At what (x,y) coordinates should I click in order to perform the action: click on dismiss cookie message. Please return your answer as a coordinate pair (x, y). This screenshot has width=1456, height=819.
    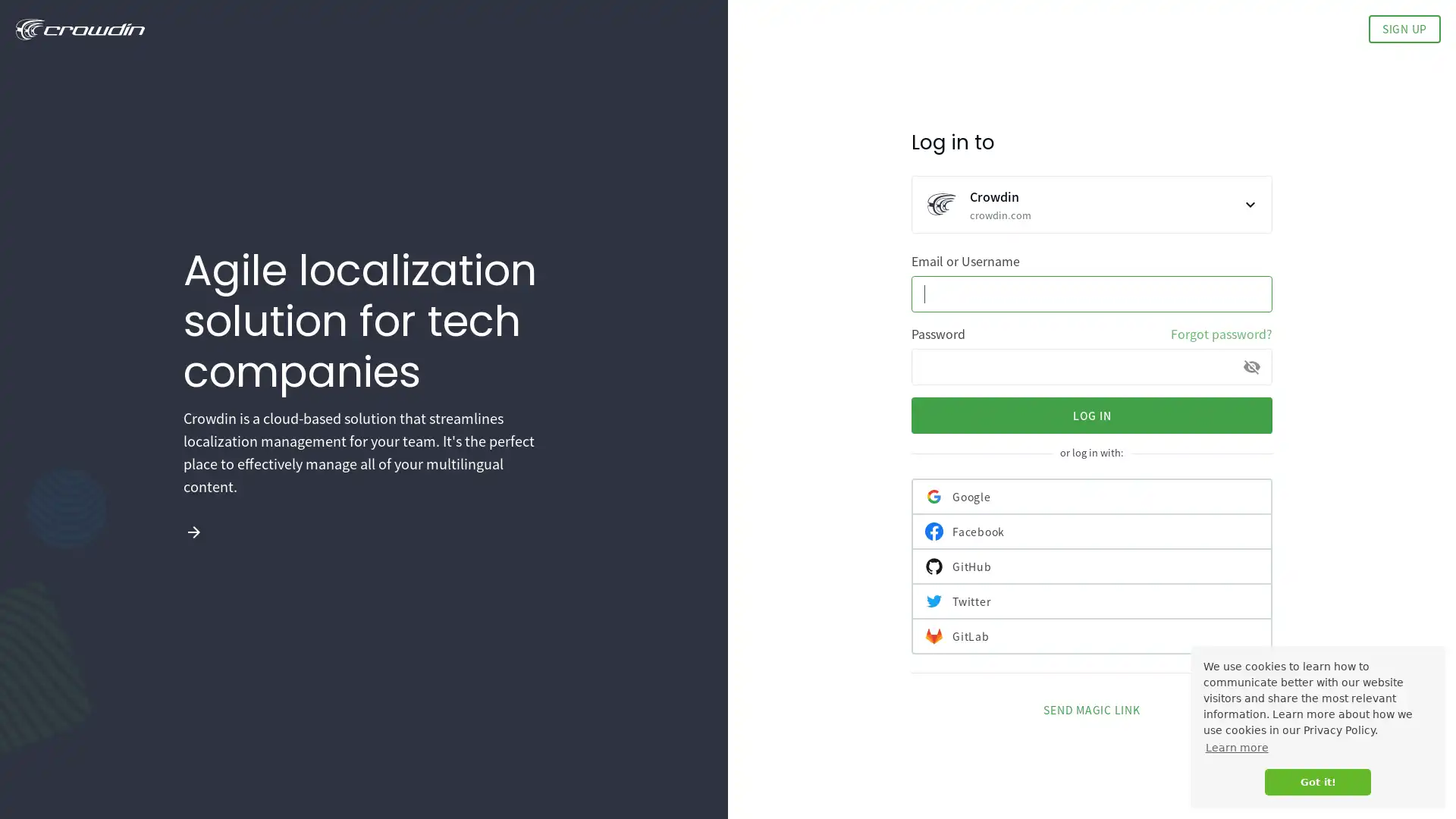
    Looking at the image, I should click on (1316, 782).